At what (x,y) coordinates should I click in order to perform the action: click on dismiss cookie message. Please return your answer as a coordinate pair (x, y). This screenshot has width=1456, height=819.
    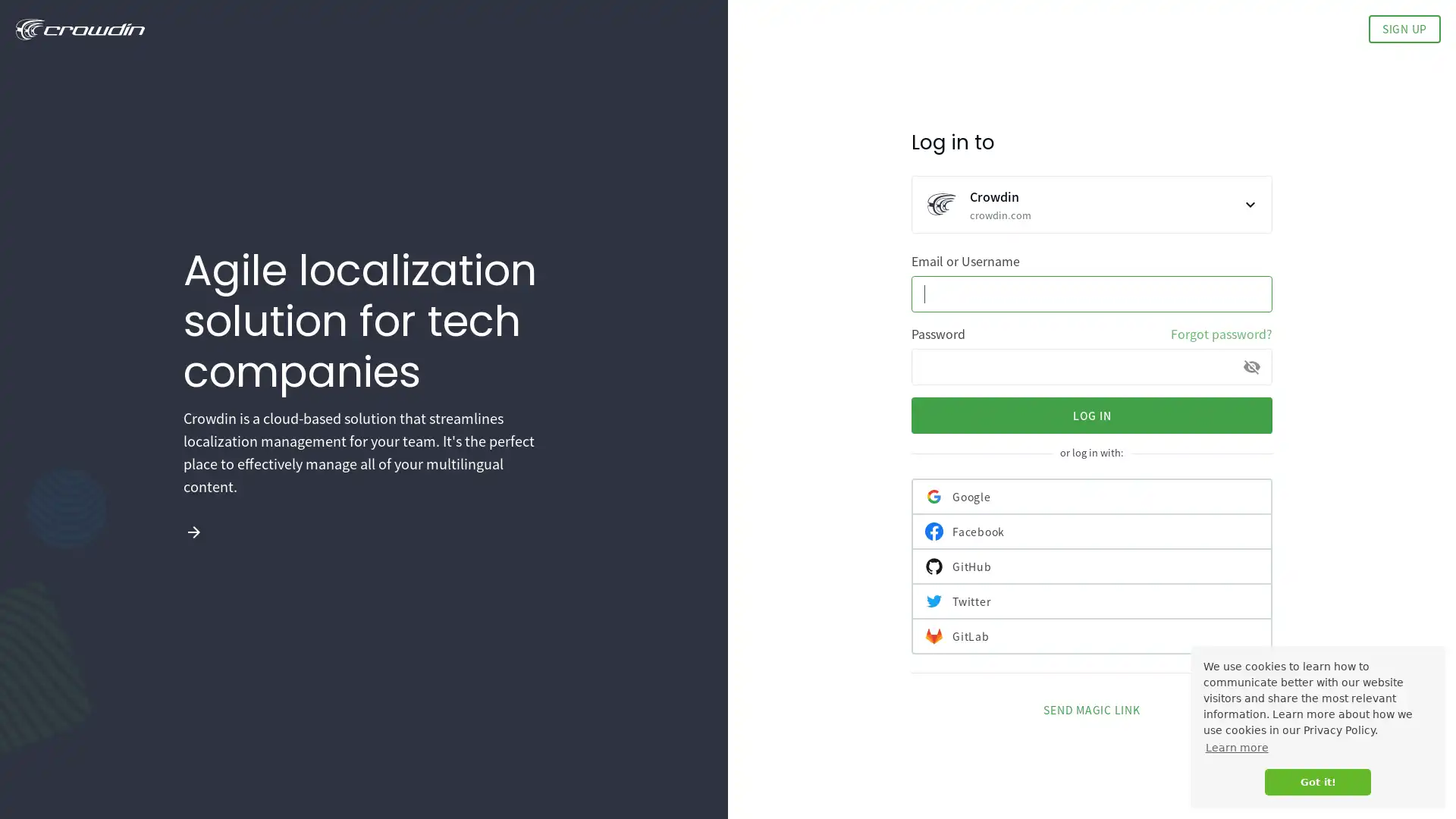
    Looking at the image, I should click on (1316, 782).